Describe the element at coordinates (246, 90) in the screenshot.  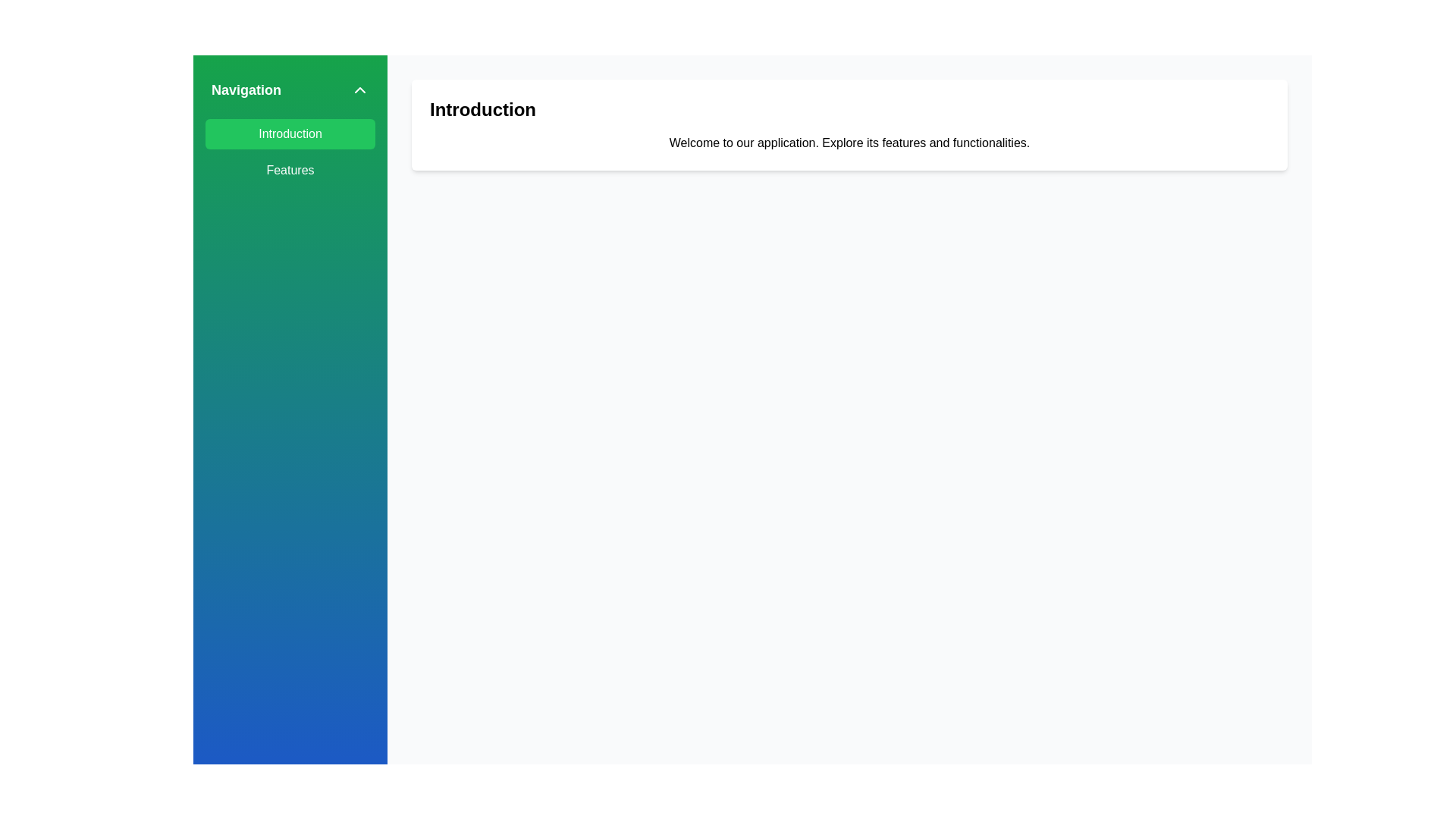
I see `the text label that serves as the header for the navigational menu on the left sidebar` at that location.